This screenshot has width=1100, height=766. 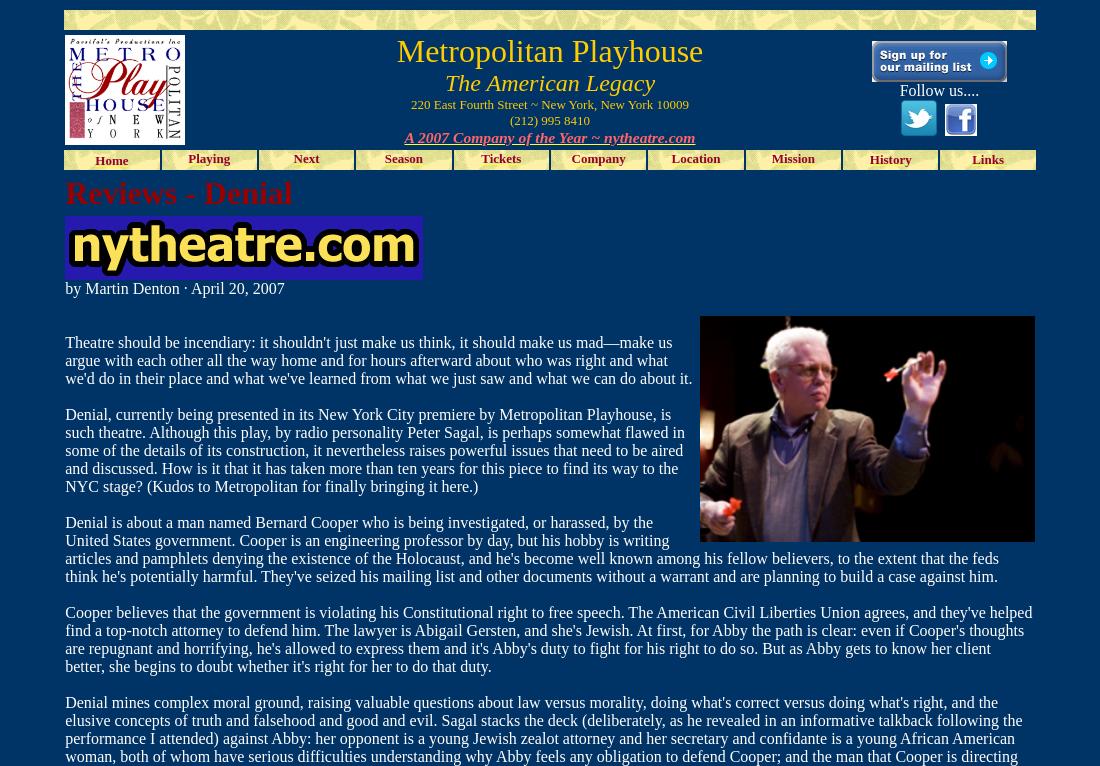 I want to click on 'The American
Legacy', so click(x=549, y=82).